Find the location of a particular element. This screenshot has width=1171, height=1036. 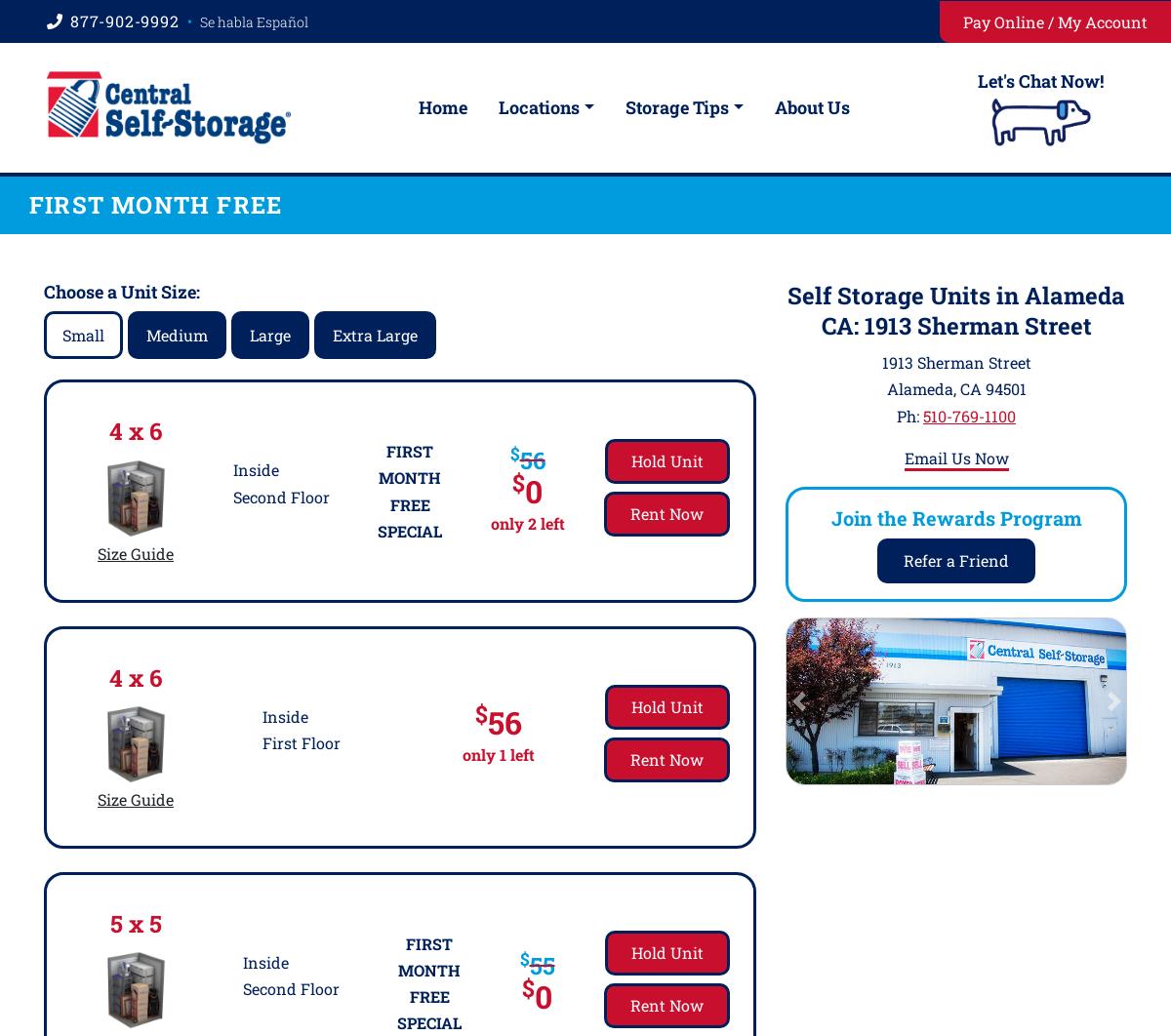

'Medium' is located at coordinates (176, 334).